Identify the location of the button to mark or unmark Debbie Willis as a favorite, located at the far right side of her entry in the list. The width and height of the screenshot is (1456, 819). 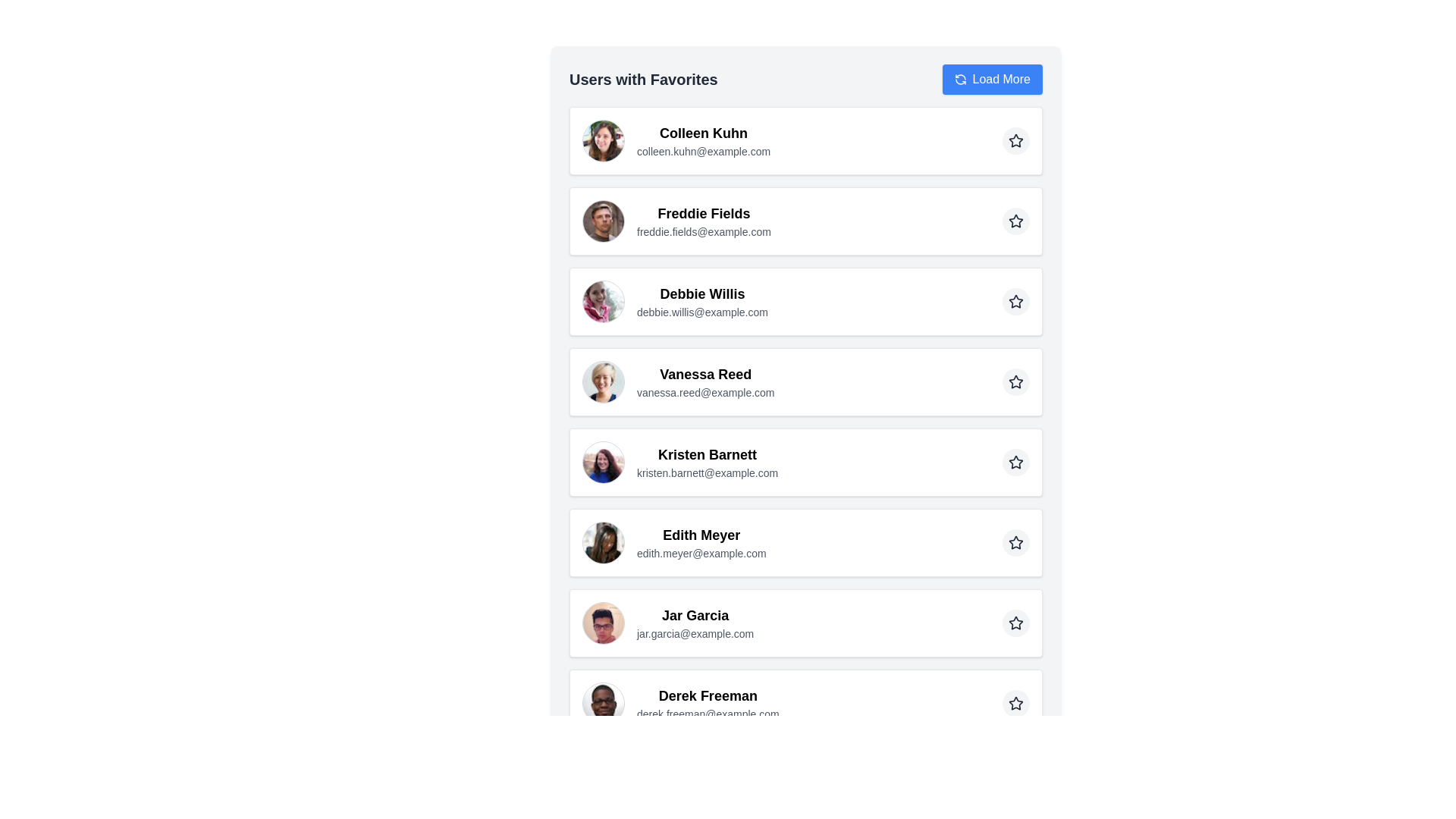
(1015, 301).